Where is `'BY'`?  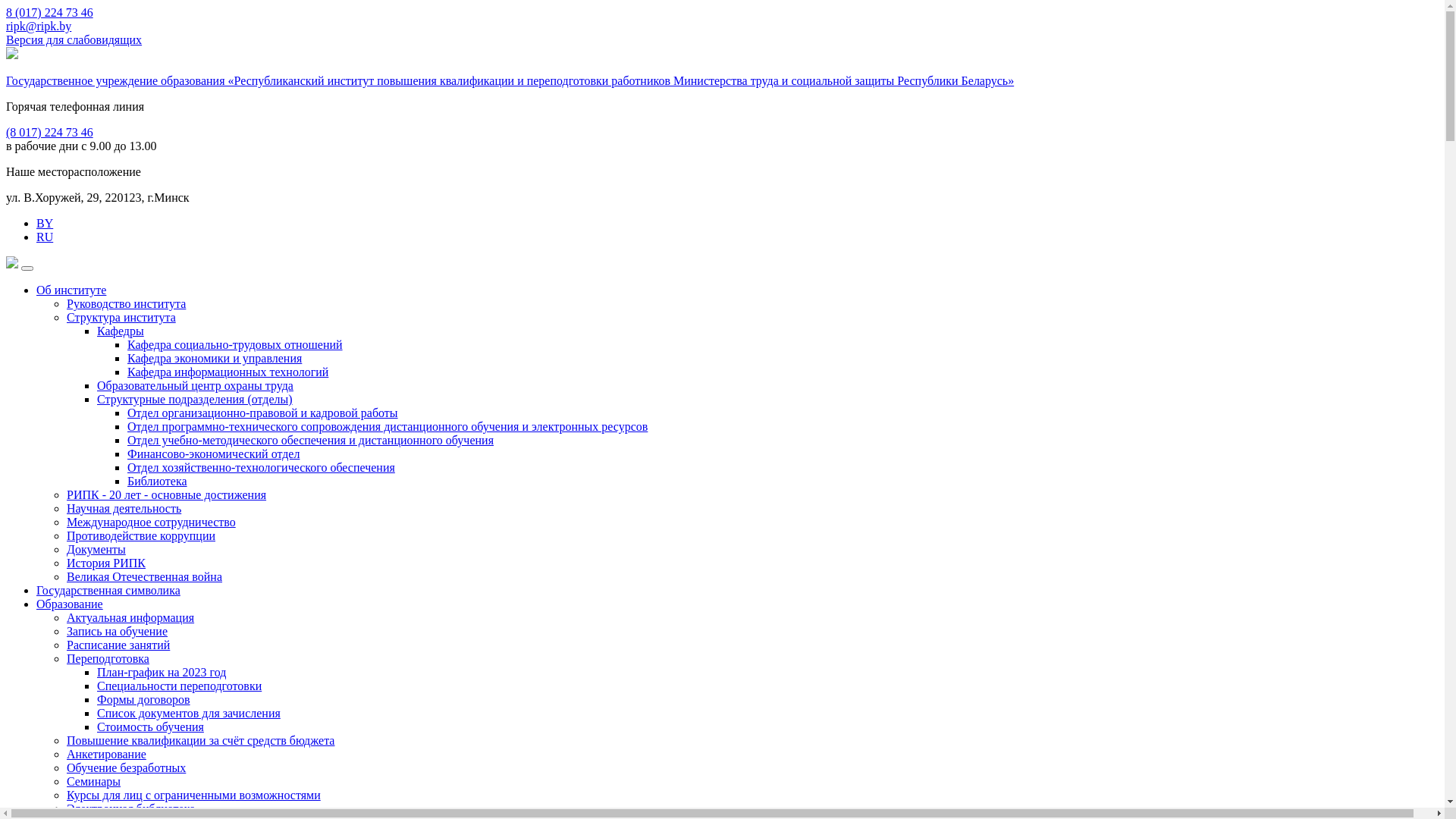
'BY' is located at coordinates (44, 223).